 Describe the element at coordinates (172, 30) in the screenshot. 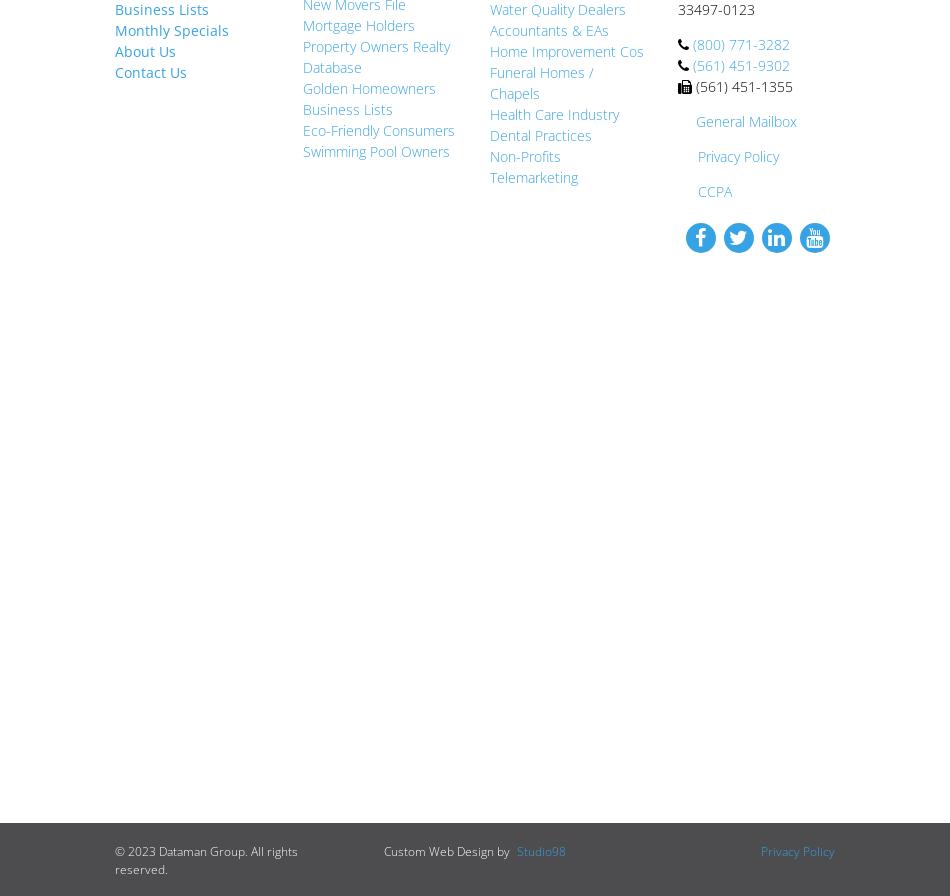

I see `'Monthly Specials'` at that location.